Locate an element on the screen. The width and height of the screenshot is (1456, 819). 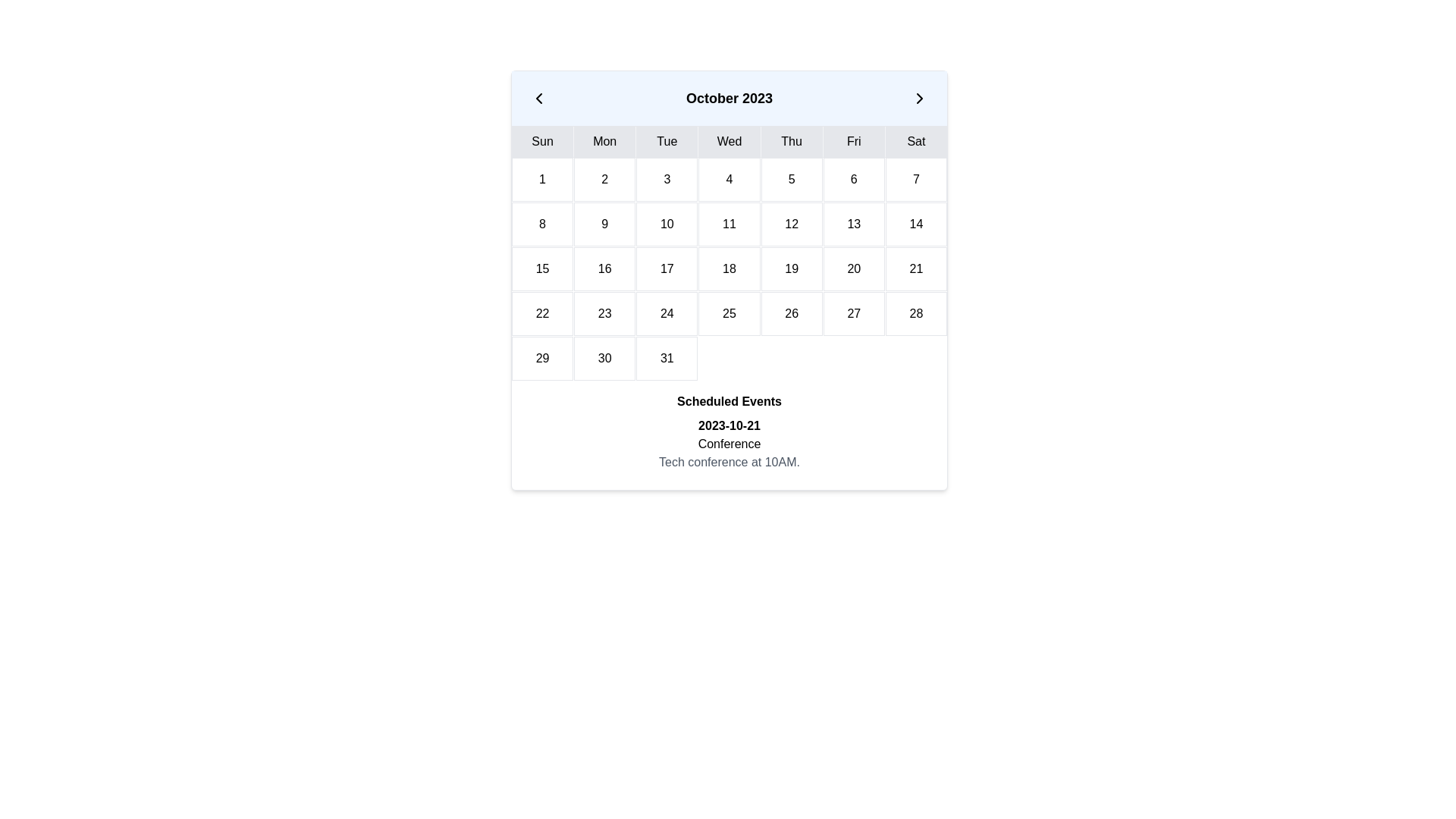
the button that navigates to the previous month in the calendar interface to trigger visual feedback indicating interactivity is located at coordinates (538, 99).